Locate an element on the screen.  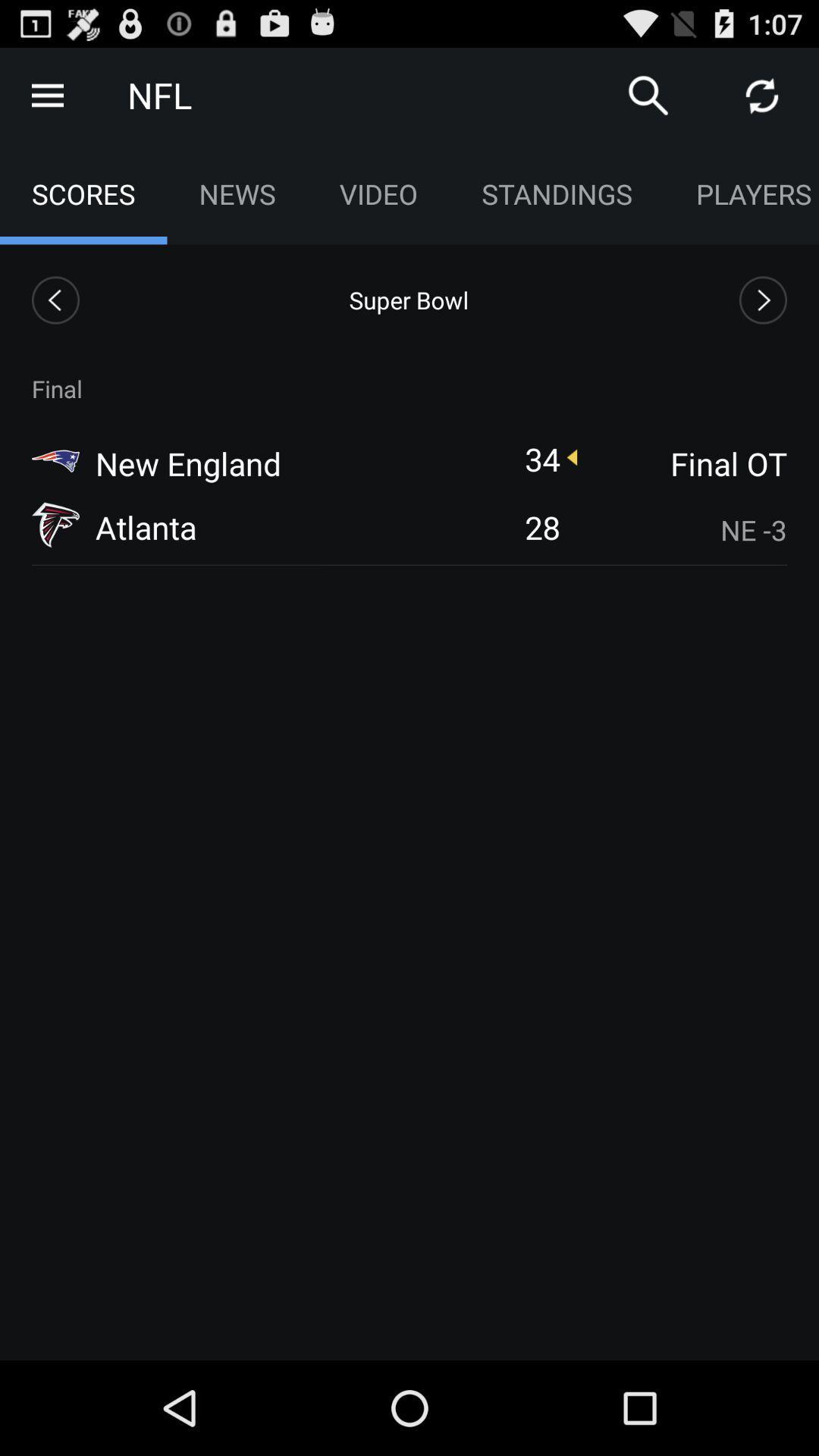
the menu icon is located at coordinates (46, 101).